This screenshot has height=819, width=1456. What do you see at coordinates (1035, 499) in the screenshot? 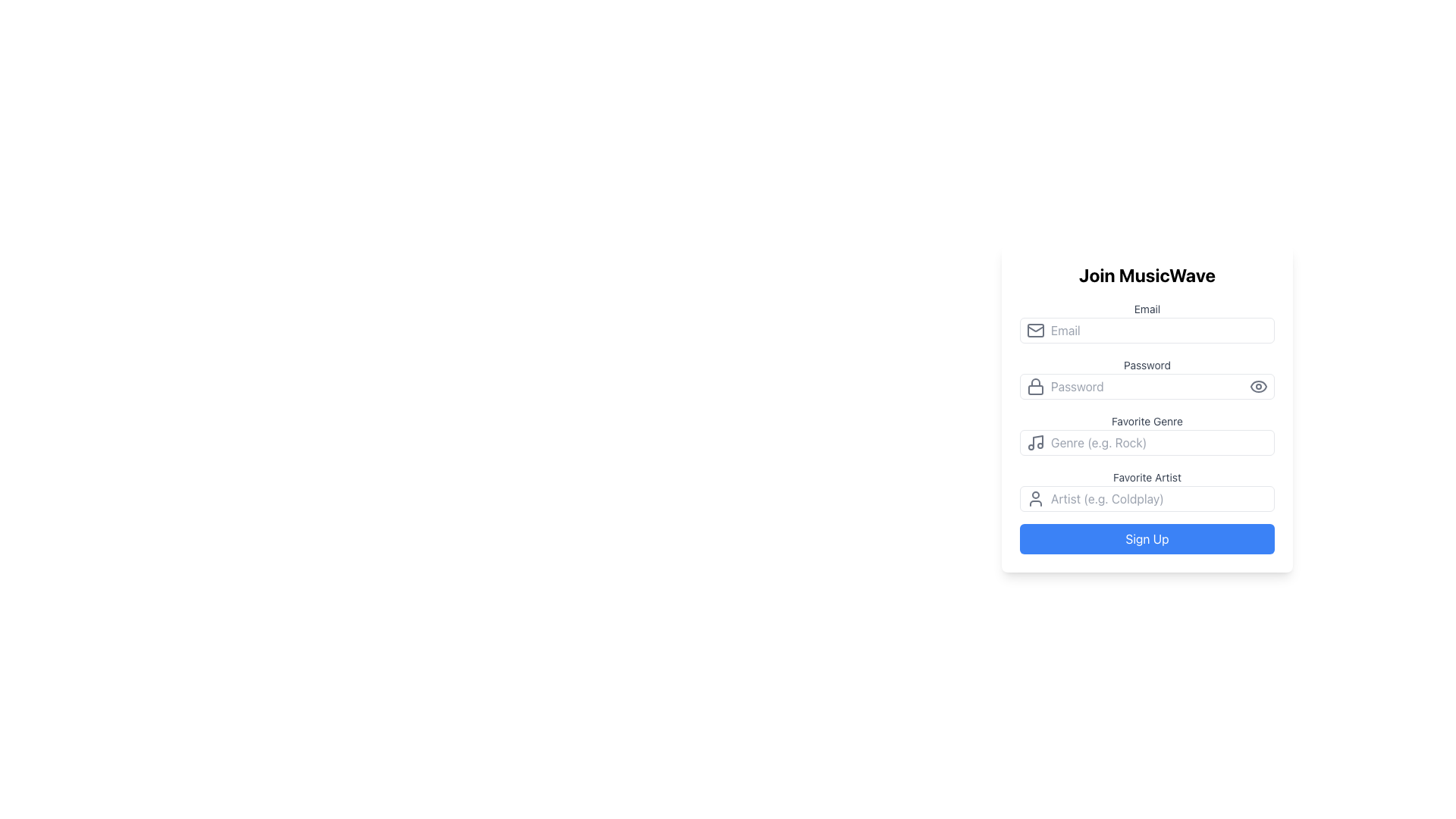
I see `the user figure icon, which is styled with gray lines, located immediately to the left of the 'Artist' text input field in the 'Favorite Artist' section` at bounding box center [1035, 499].